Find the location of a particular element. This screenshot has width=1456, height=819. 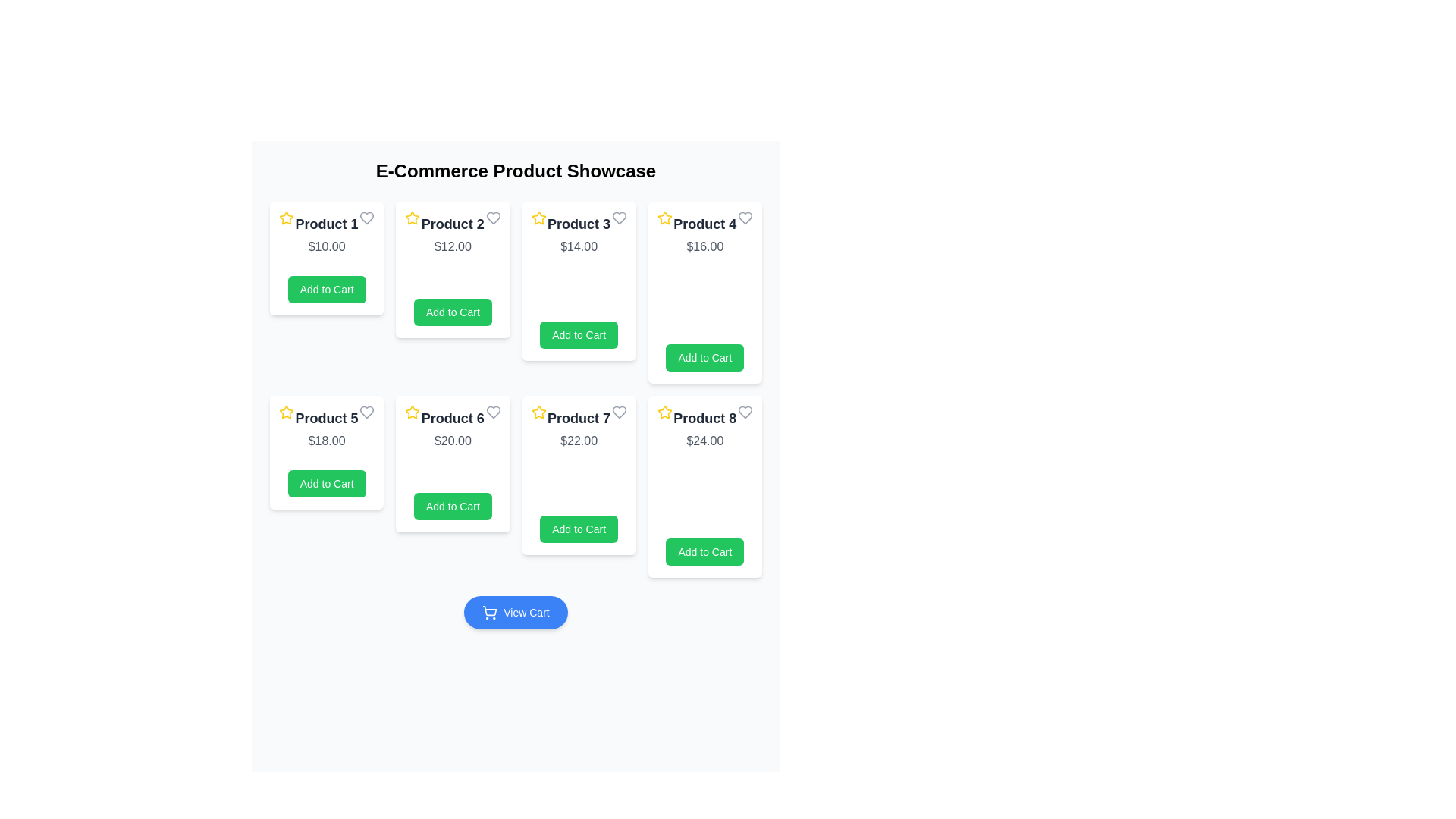

the star icon located in the top-left corner of the 'Product 1' card is located at coordinates (287, 218).